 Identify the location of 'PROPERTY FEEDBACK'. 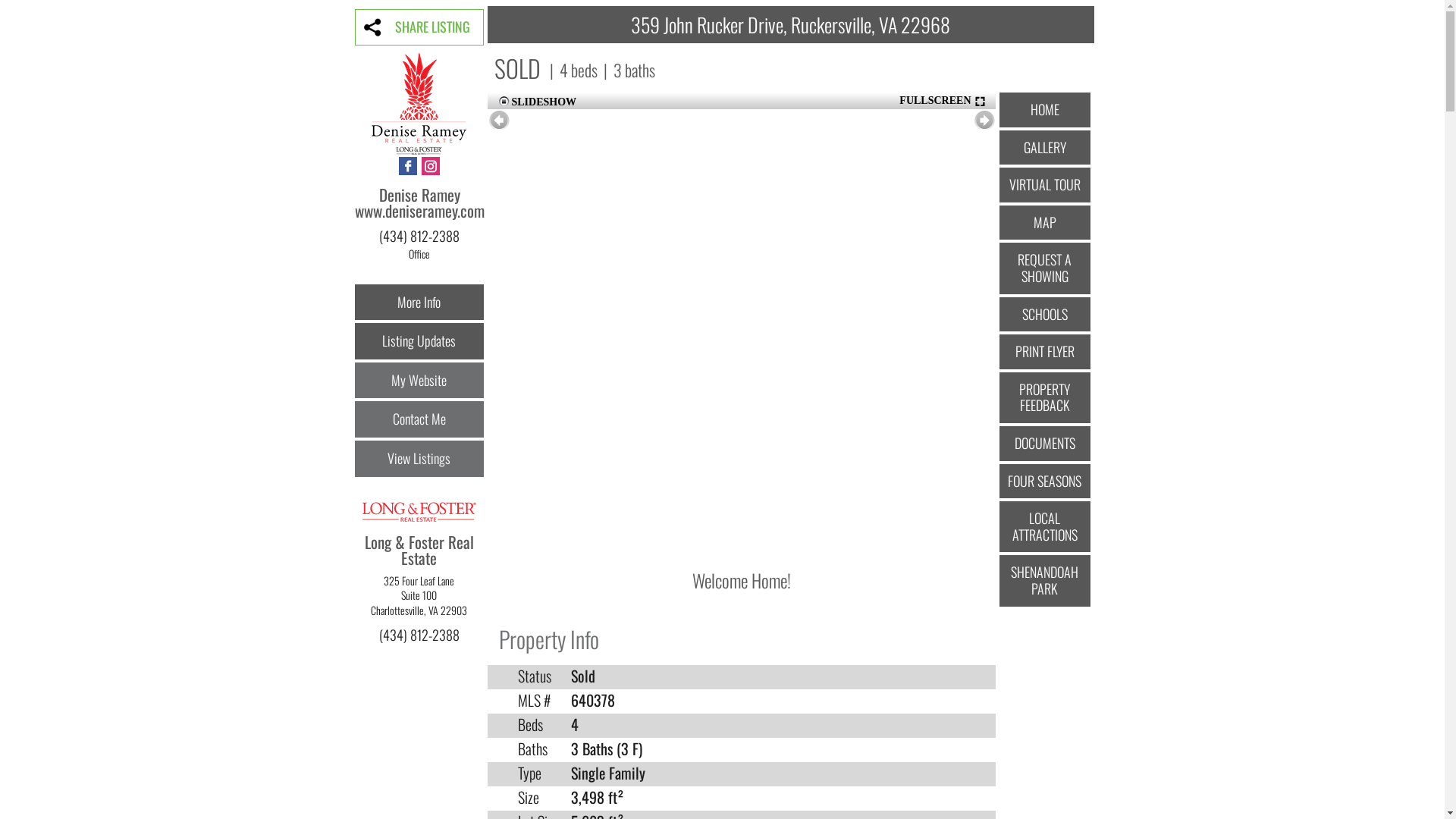
(1043, 397).